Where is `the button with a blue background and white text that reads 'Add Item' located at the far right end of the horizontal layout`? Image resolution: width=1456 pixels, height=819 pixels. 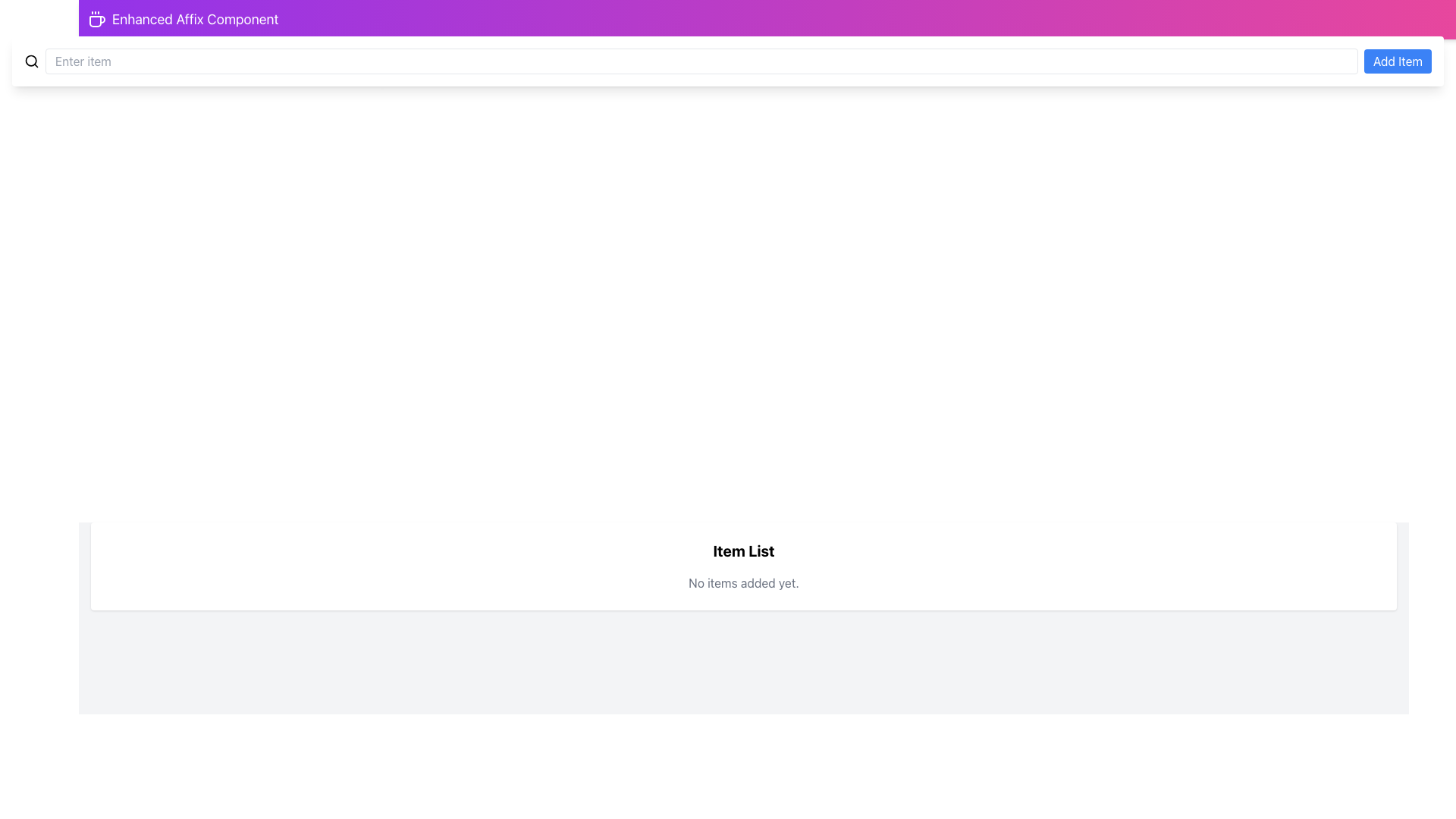
the button with a blue background and white text that reads 'Add Item' located at the far right end of the horizontal layout is located at coordinates (1397, 61).